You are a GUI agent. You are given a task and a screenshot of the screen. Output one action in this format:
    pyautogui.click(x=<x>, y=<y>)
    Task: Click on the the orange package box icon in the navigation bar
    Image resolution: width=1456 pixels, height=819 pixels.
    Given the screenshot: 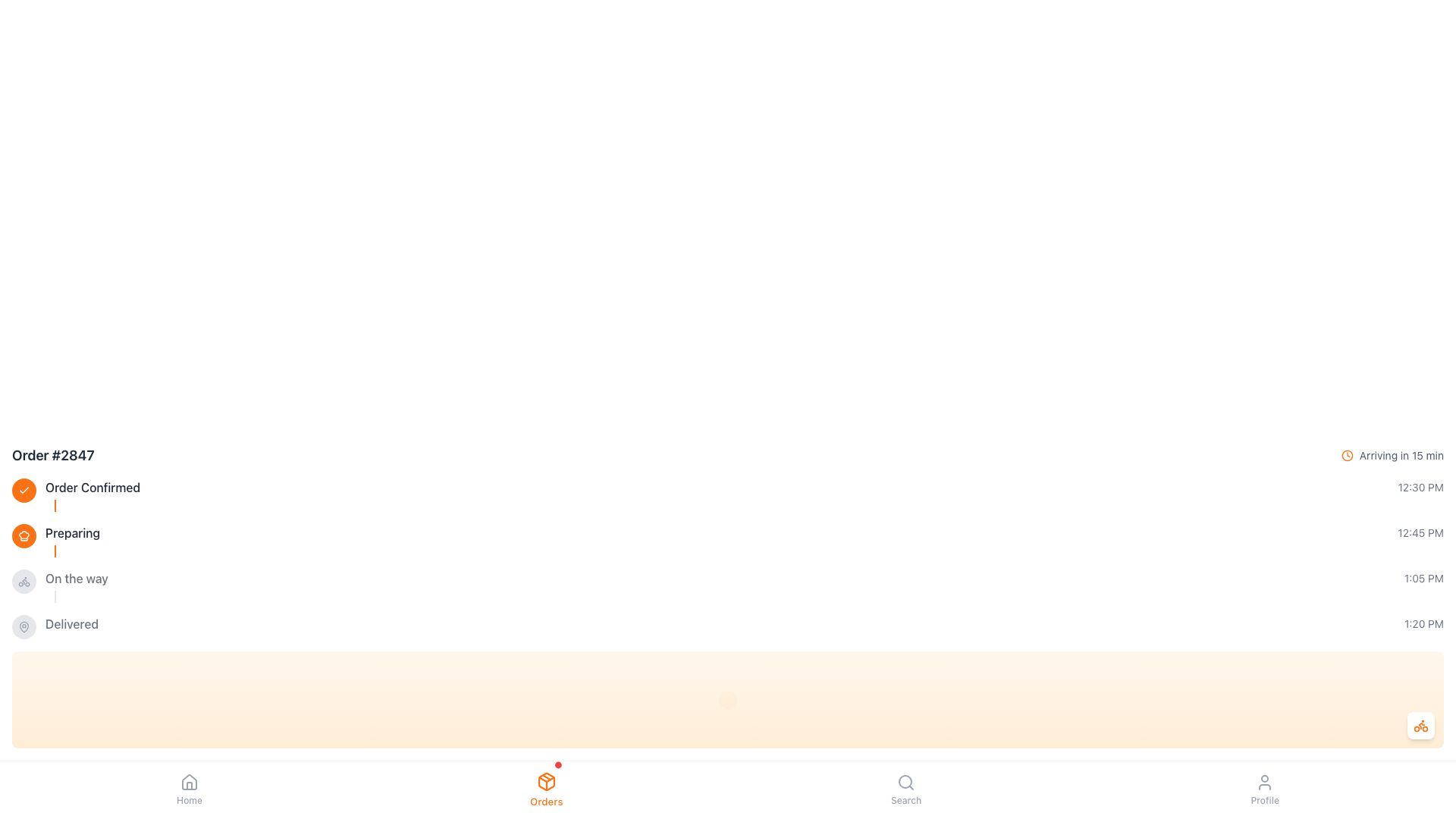 What is the action you would take?
    pyautogui.click(x=546, y=781)
    